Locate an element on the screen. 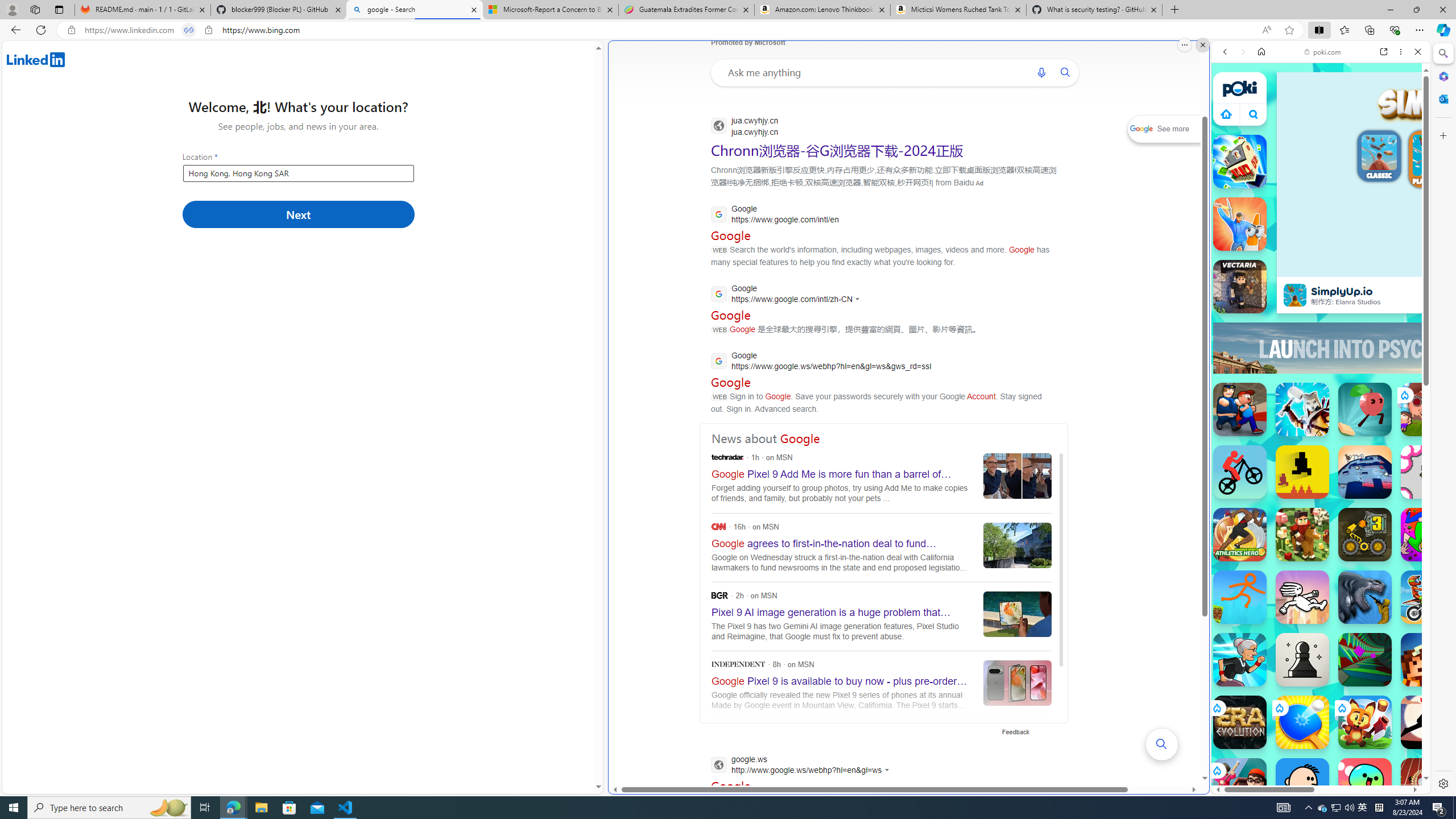 The height and width of the screenshot is (819, 1456). 'Ping Pong Go! Ping Pong Go!' is located at coordinates (1301, 722).